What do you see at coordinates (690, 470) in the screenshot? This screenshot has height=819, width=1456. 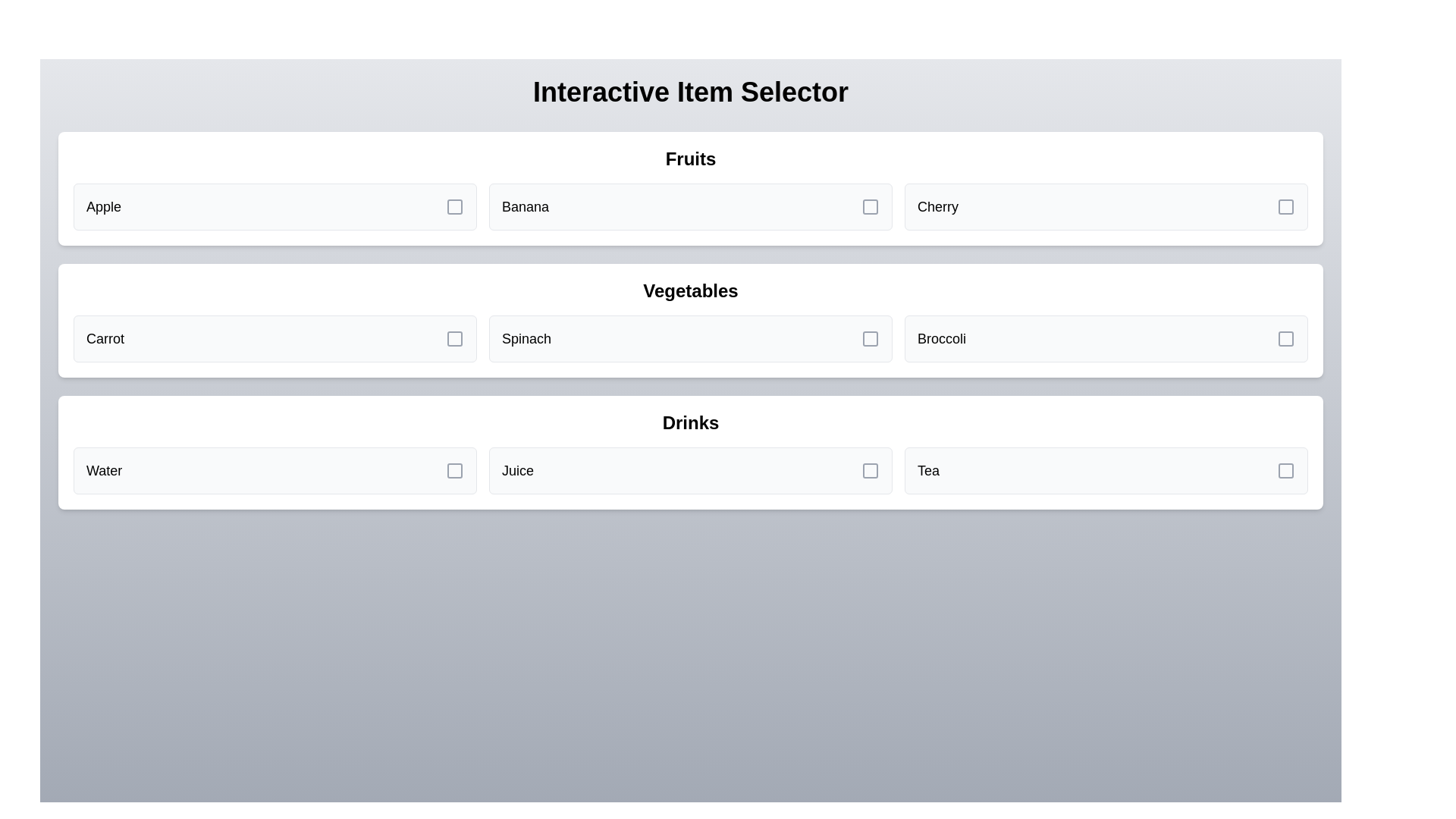 I see `the item Juice from the grid` at bounding box center [690, 470].